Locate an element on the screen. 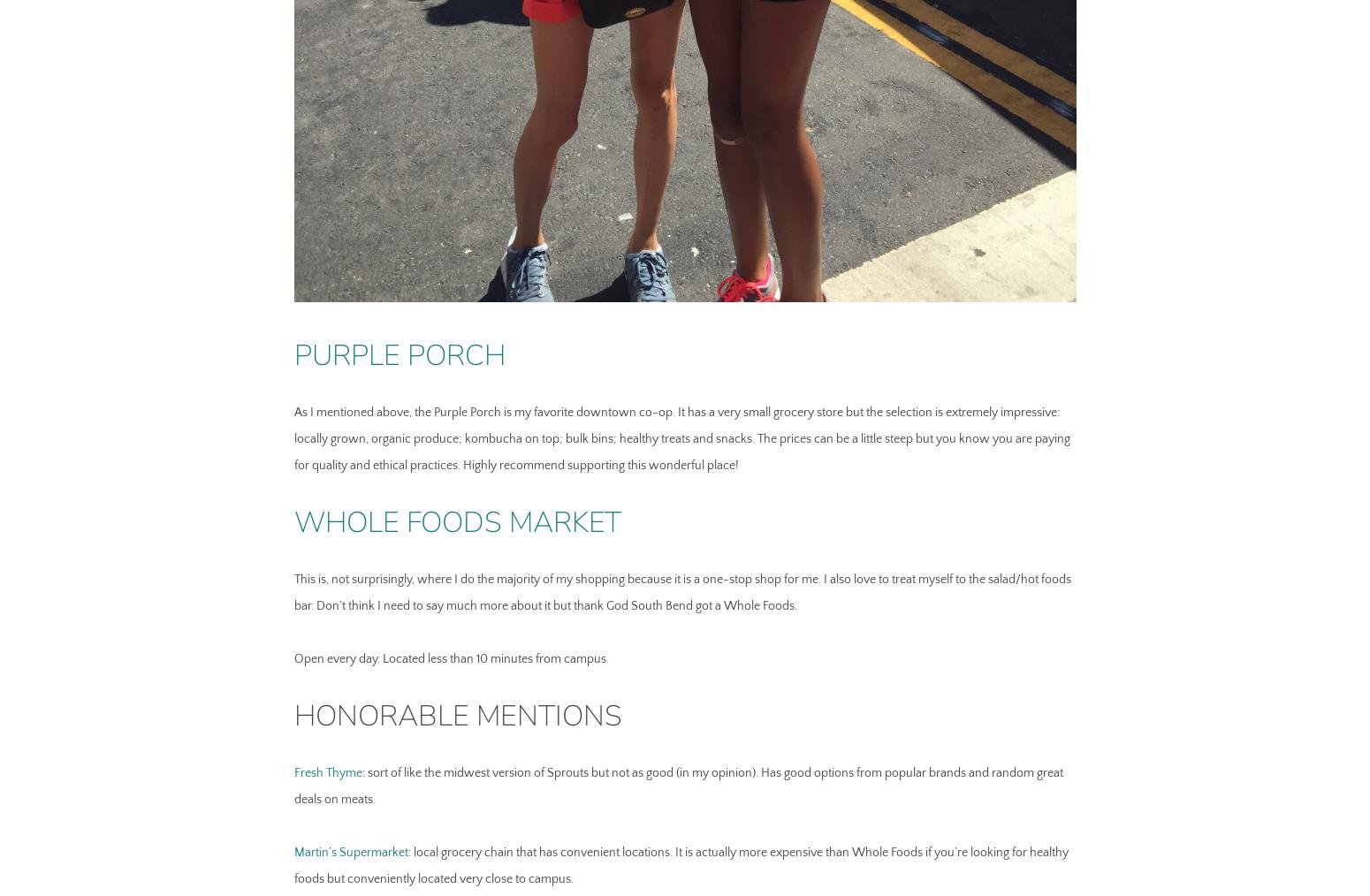 The width and height of the screenshot is (1370, 896). 'Honorable Mentions' is located at coordinates (456, 715).